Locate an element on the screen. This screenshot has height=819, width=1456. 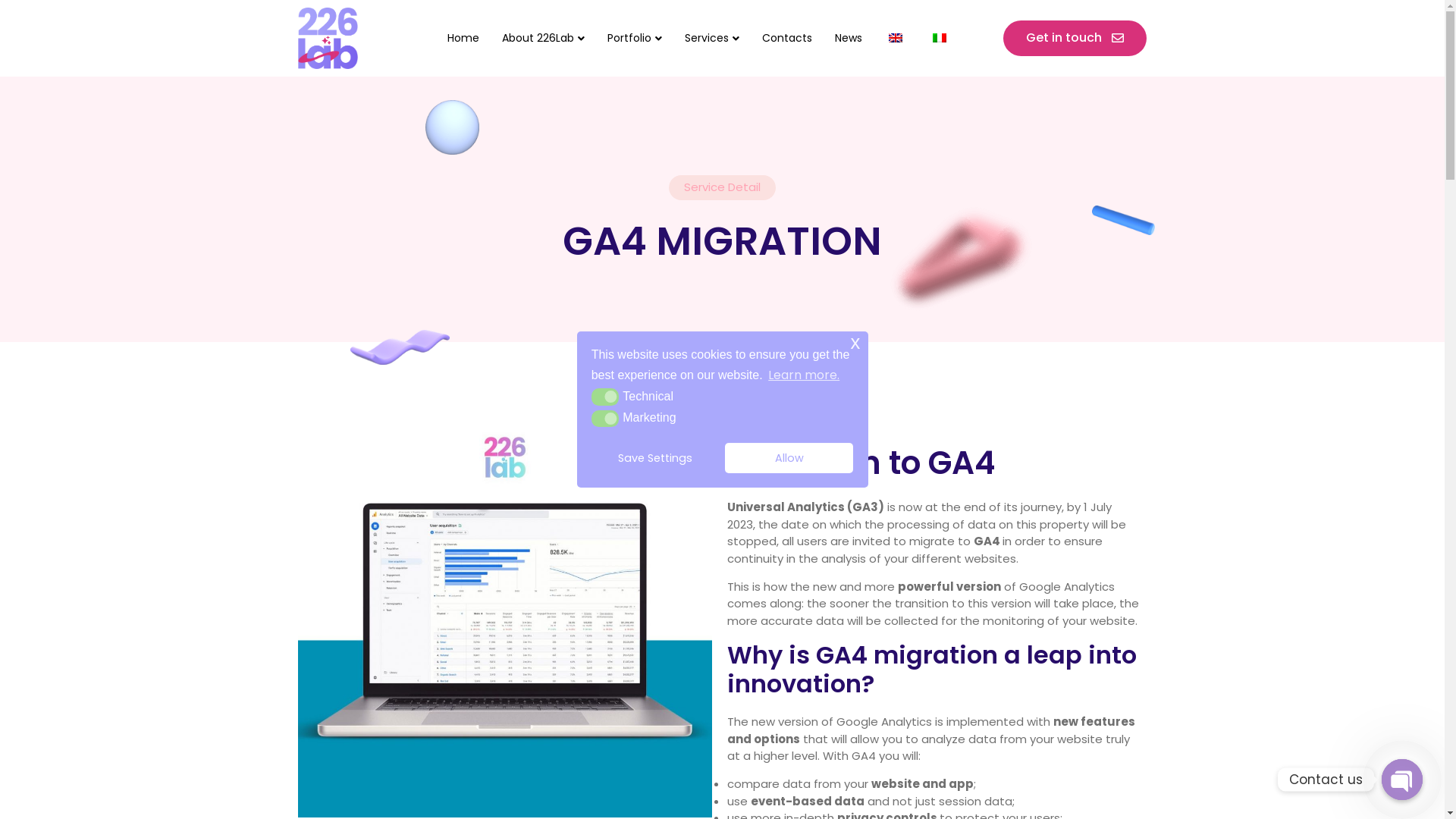
'Get in touch' is located at coordinates (1003, 37).